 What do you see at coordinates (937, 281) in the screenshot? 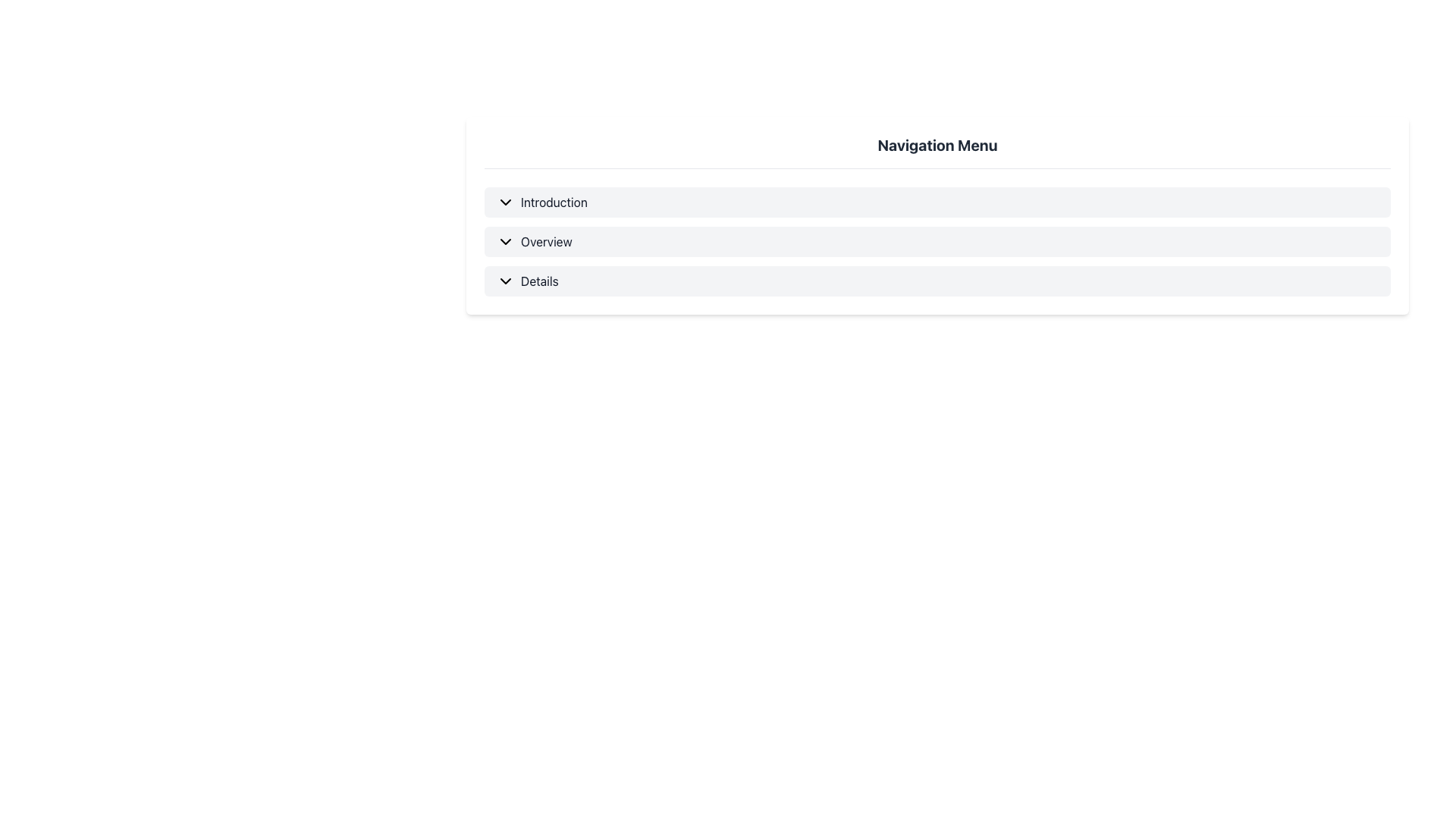
I see `the third menu item in the vertically arranged list` at bounding box center [937, 281].